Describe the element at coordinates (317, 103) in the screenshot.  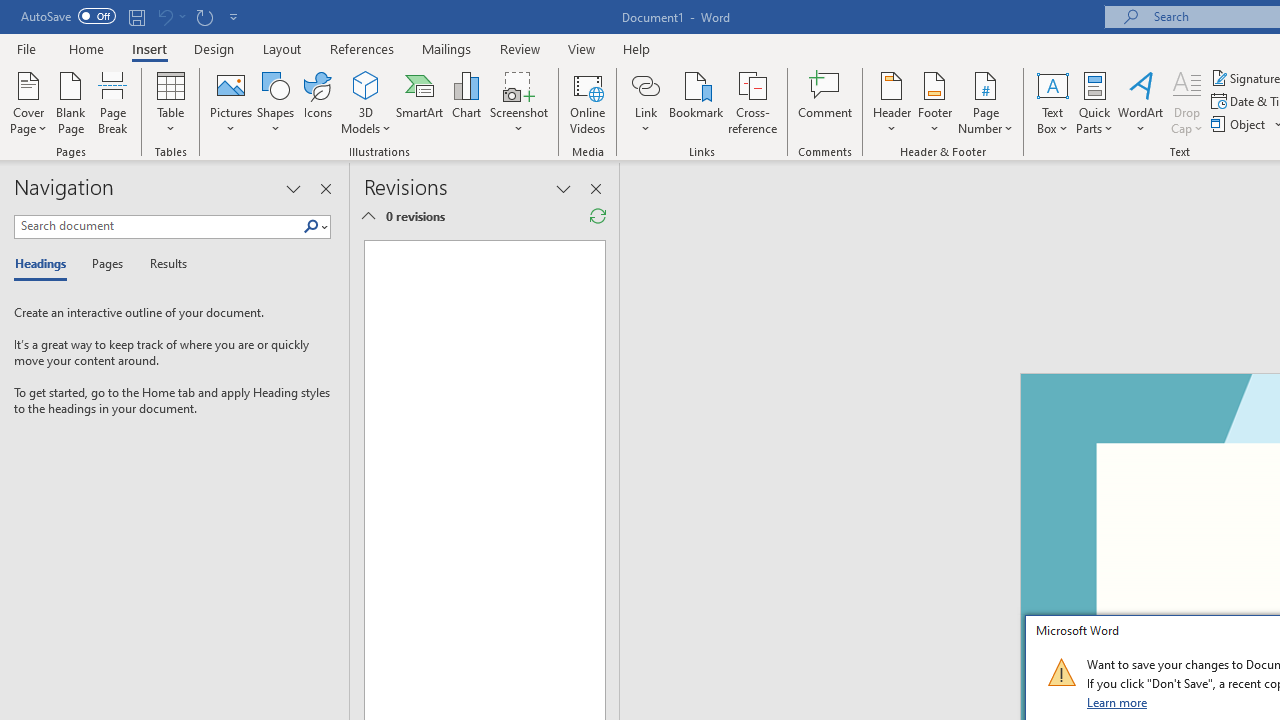
I see `'Icons'` at that location.